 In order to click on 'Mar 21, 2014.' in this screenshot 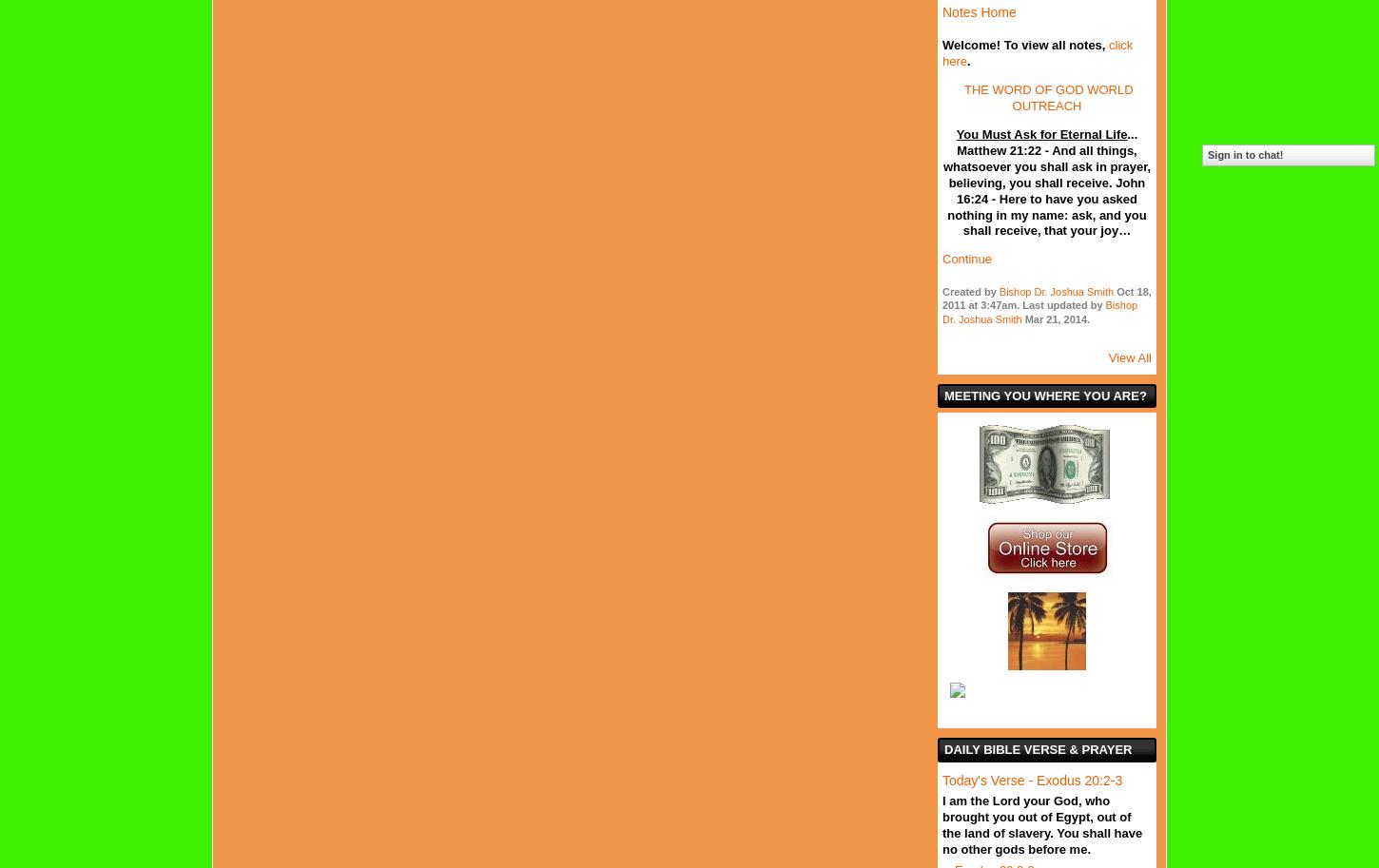, I will do `click(1054, 318)`.